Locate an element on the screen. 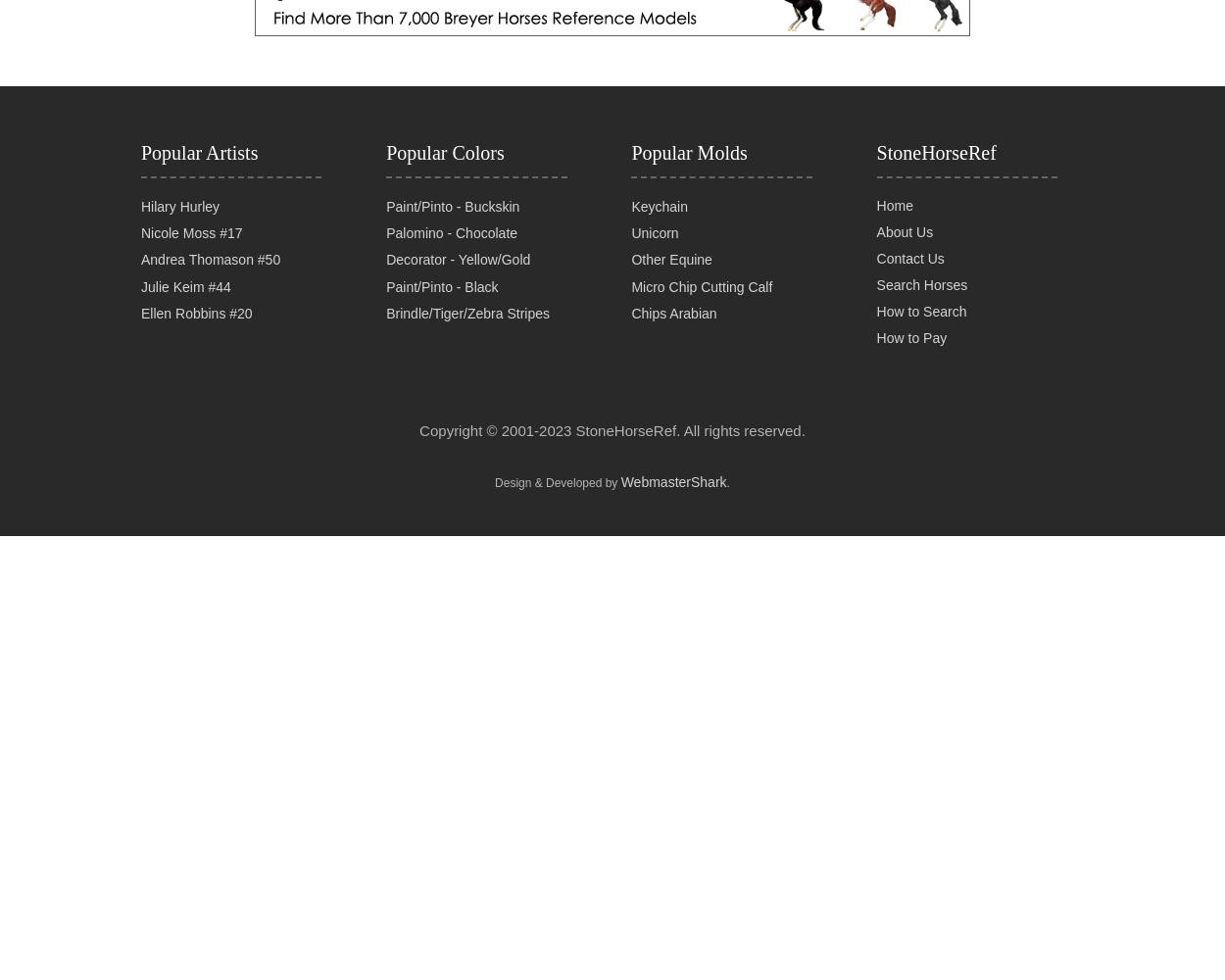 This screenshot has width=1225, height=980. 'Micro Chip Cutting Calf' is located at coordinates (701, 286).